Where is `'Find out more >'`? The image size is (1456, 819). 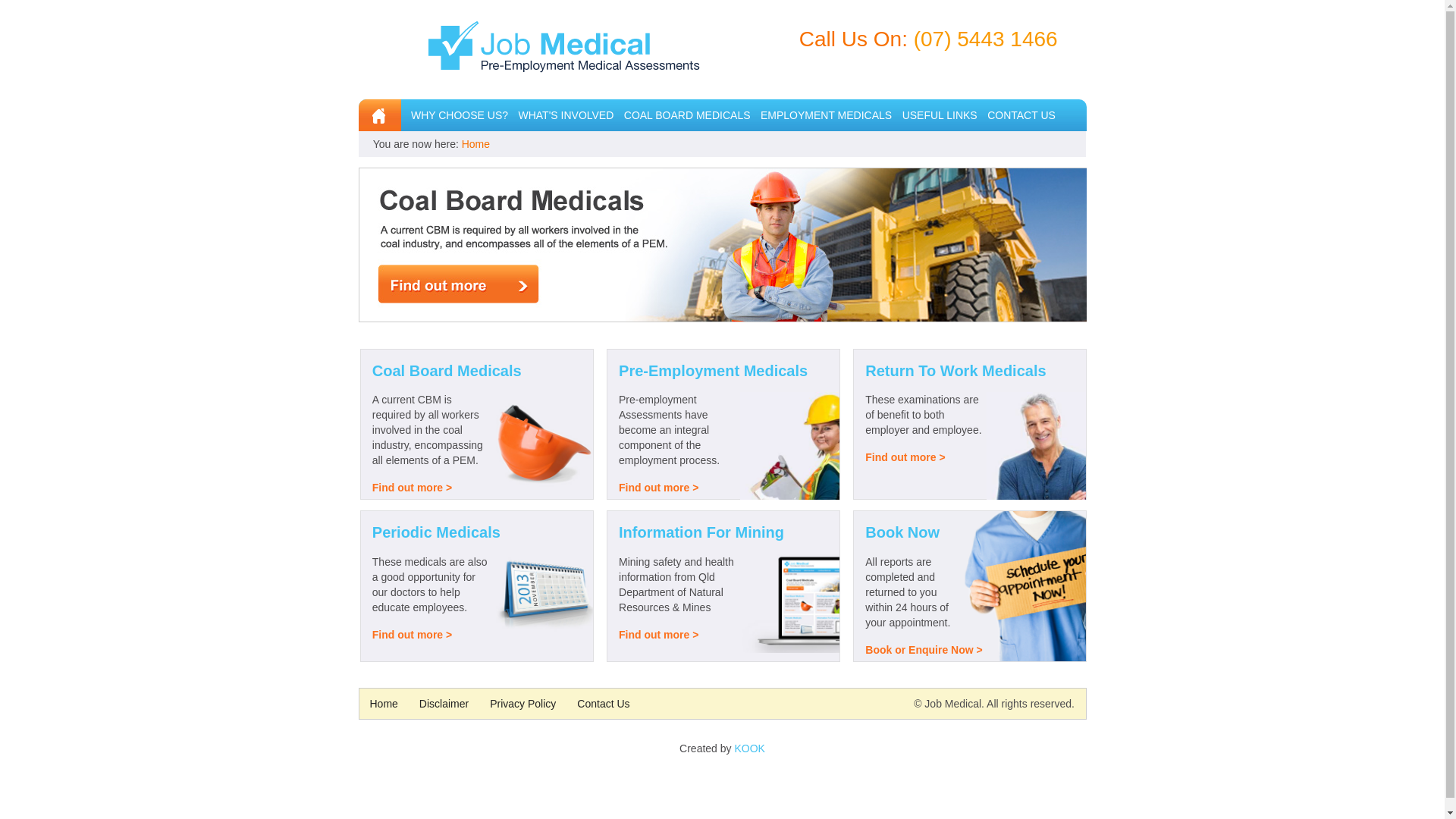 'Find out more >' is located at coordinates (658, 488).